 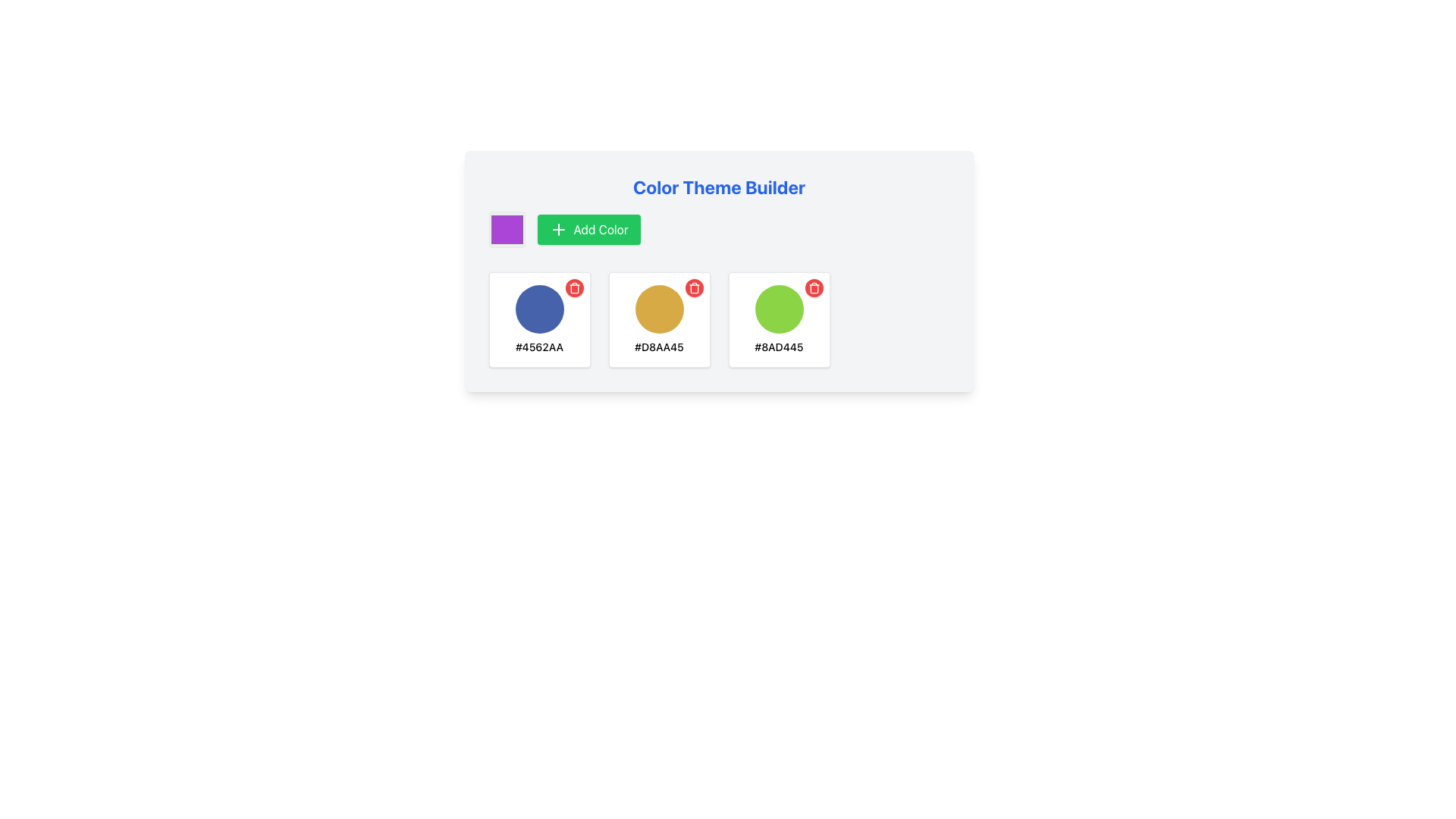 I want to click on the middle vertical component of the trash can icon, which is represented by a curved rectangular shape with rounded edges, located at the top-right section of the card with a green color circle labeled with hex code '#8AD445', so click(x=693, y=289).